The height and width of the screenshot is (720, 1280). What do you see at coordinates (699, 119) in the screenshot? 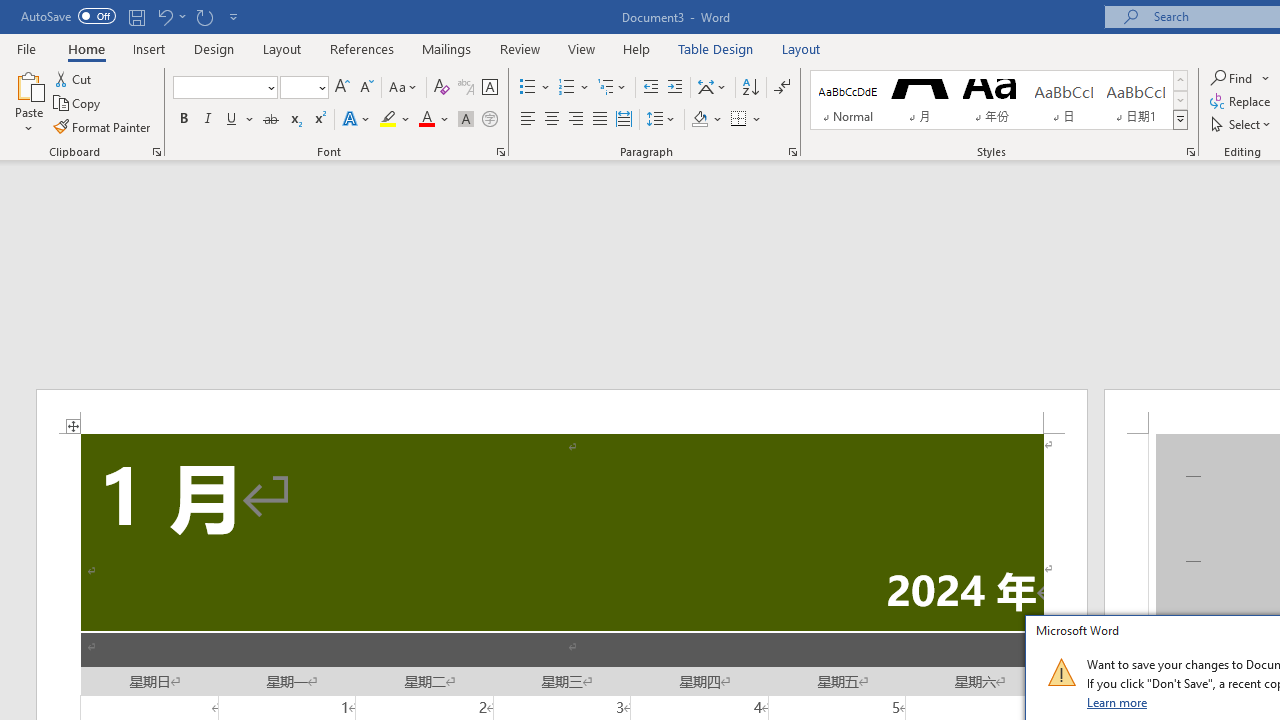
I see `'Shading RGB(0, 0, 0)'` at bounding box center [699, 119].